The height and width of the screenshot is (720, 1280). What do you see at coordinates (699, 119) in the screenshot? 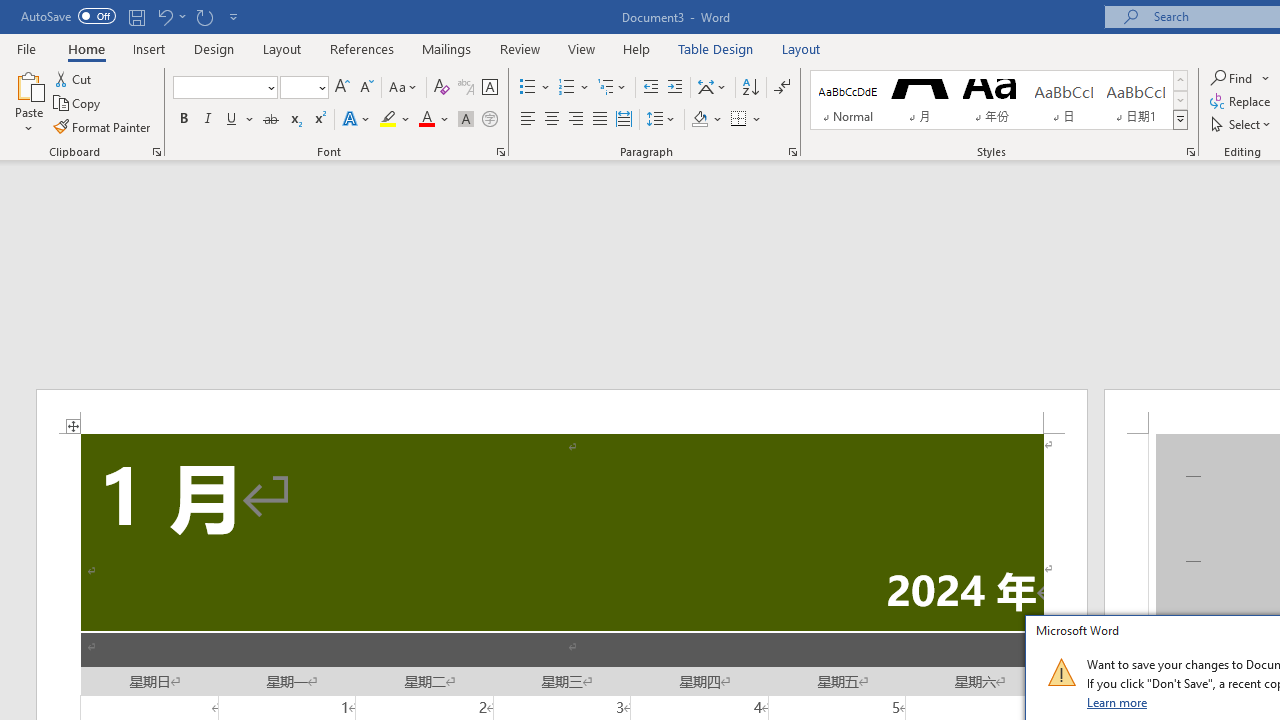
I see `'Shading RGB(0, 0, 0)'` at bounding box center [699, 119].